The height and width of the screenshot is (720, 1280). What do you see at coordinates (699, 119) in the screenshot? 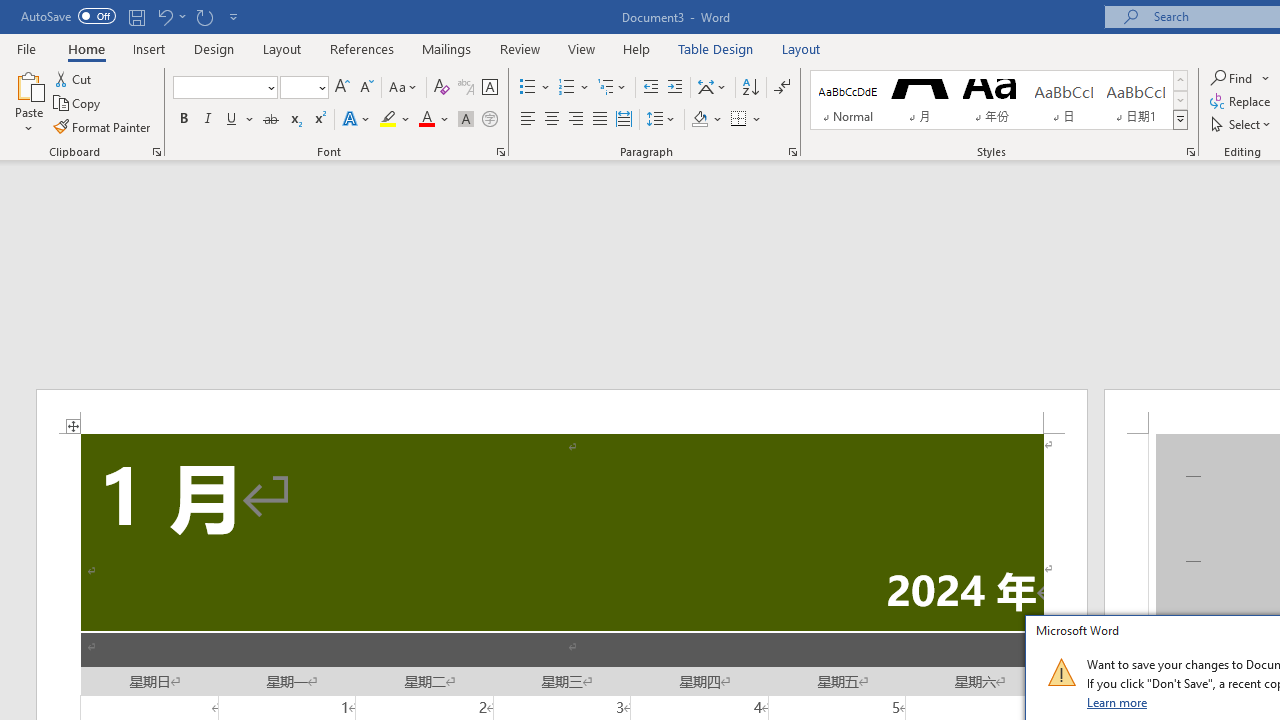
I see `'Shading RGB(0, 0, 0)'` at bounding box center [699, 119].